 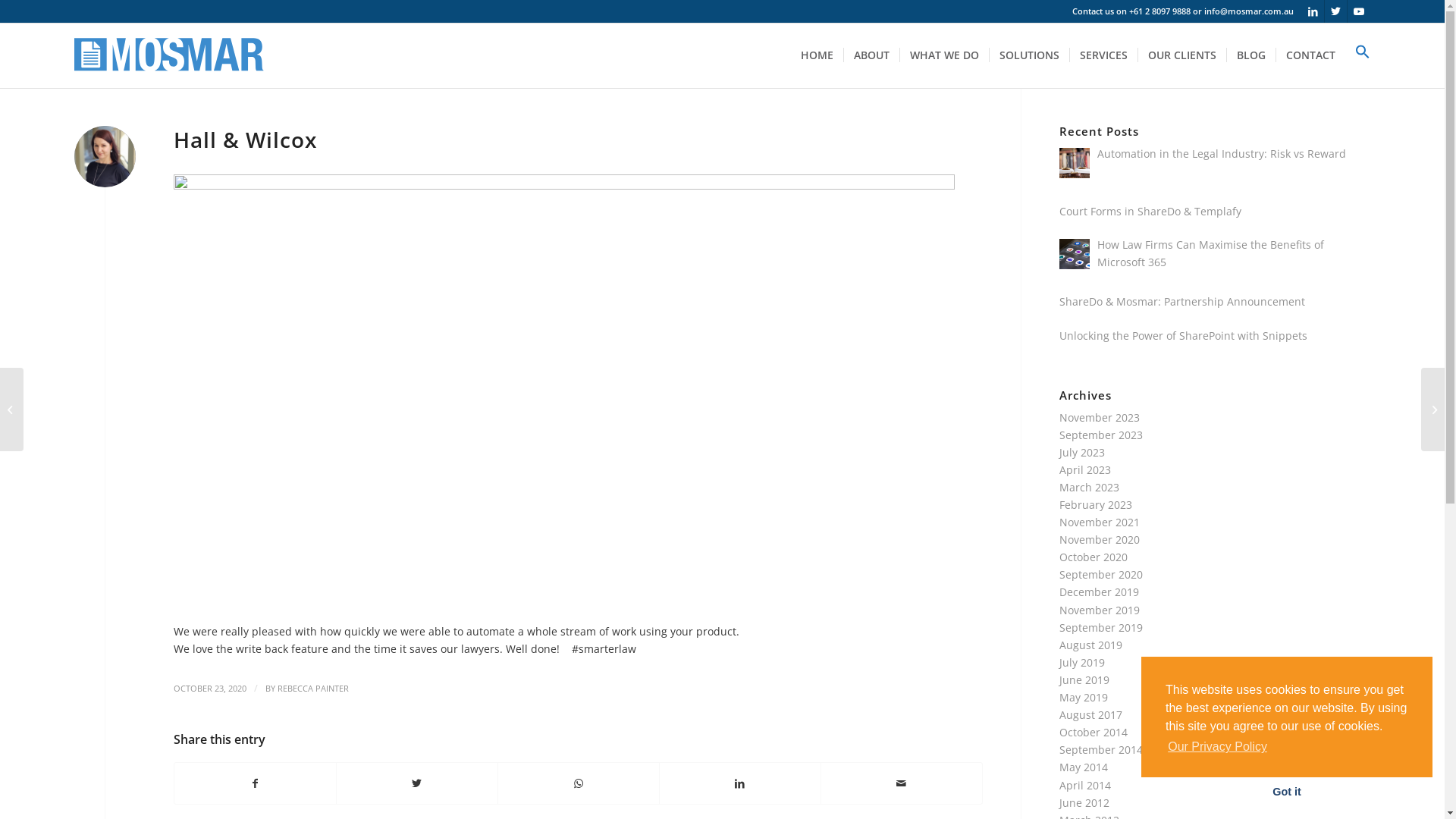 I want to click on 'ShareDo & Mosmar: Partnership Announcement', so click(x=1181, y=301).